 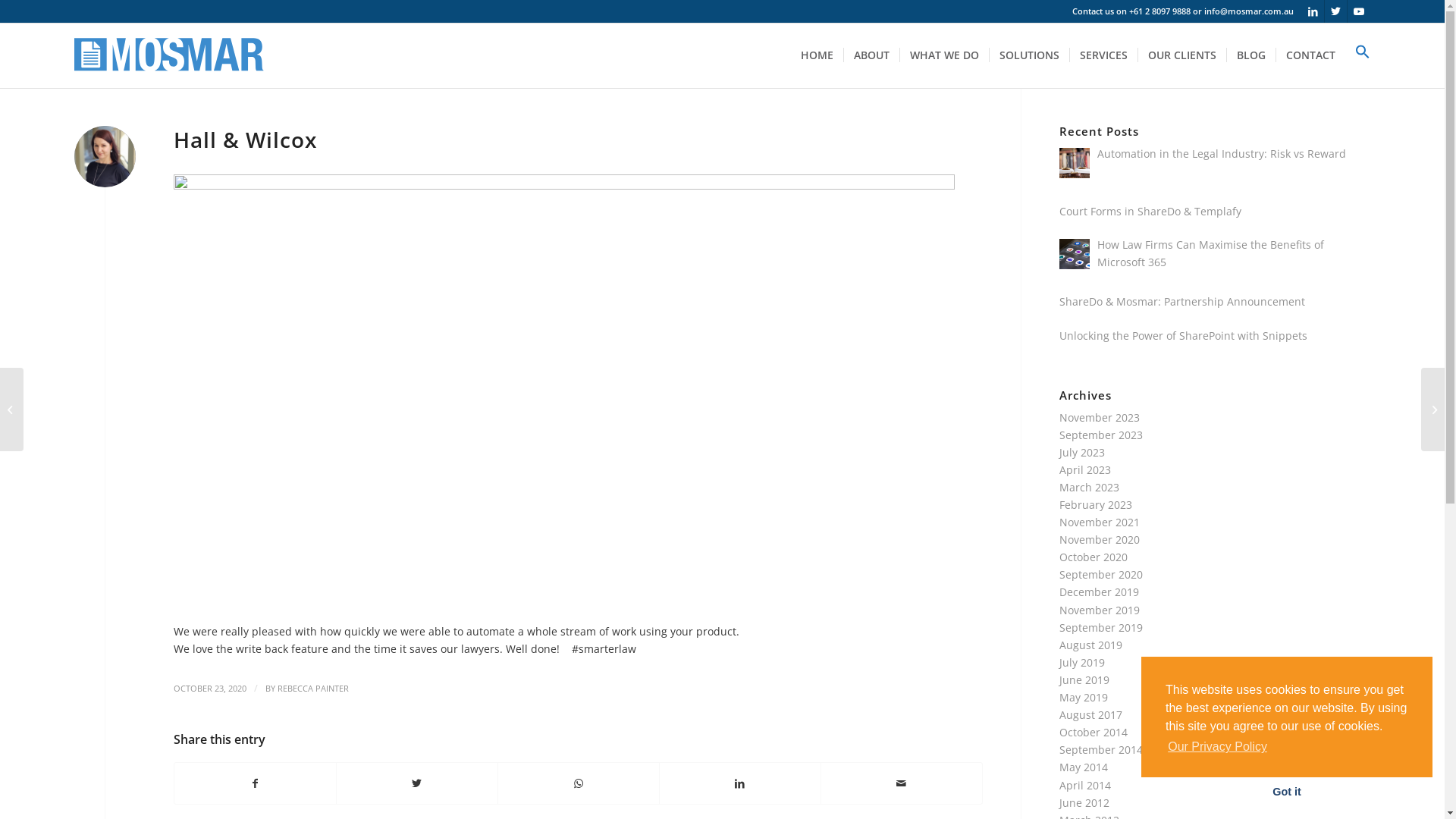 I want to click on 'ShareDo & Mosmar: Partnership Announcement', so click(x=1181, y=301).